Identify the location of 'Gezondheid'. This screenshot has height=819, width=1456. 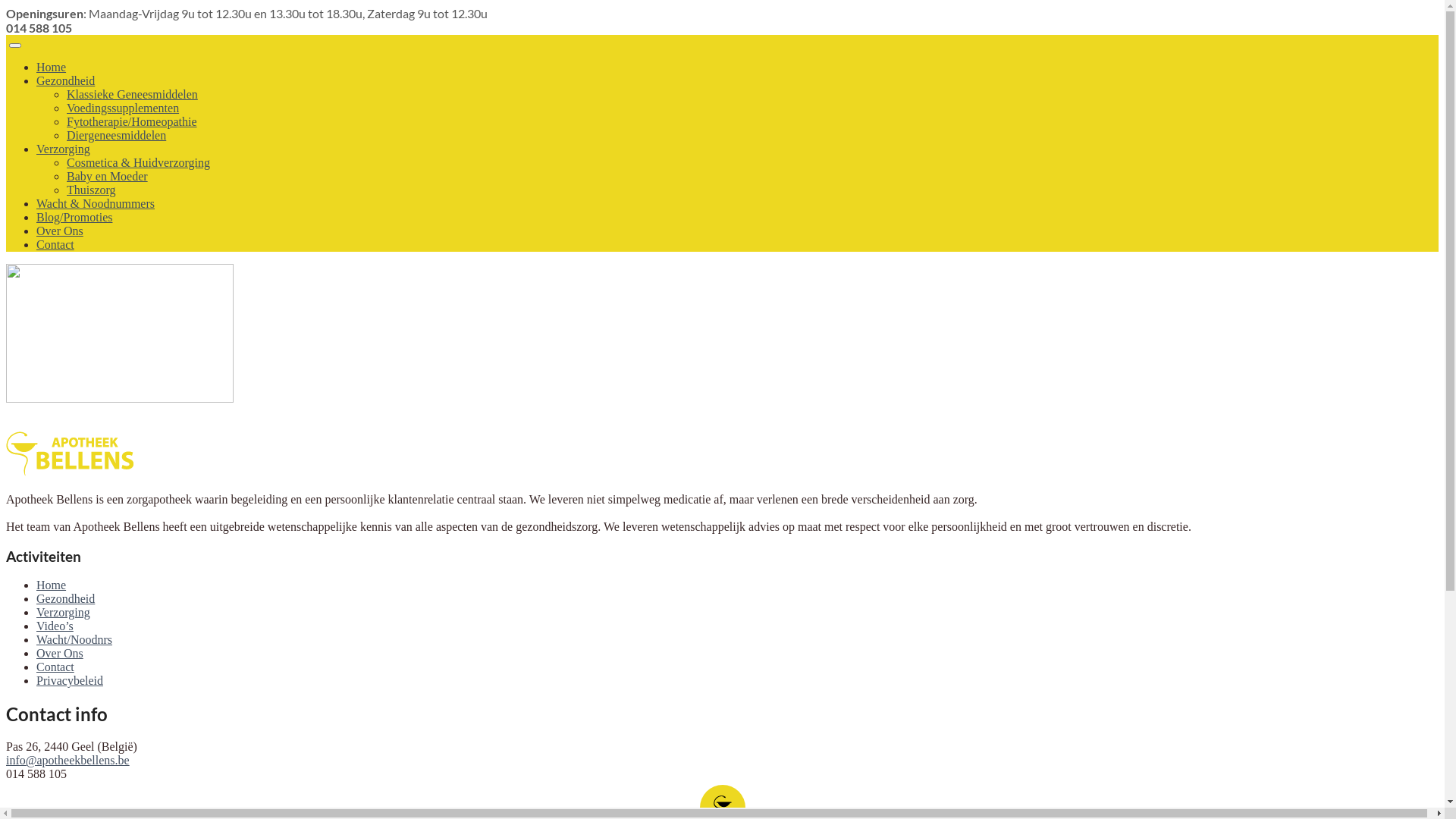
(64, 598).